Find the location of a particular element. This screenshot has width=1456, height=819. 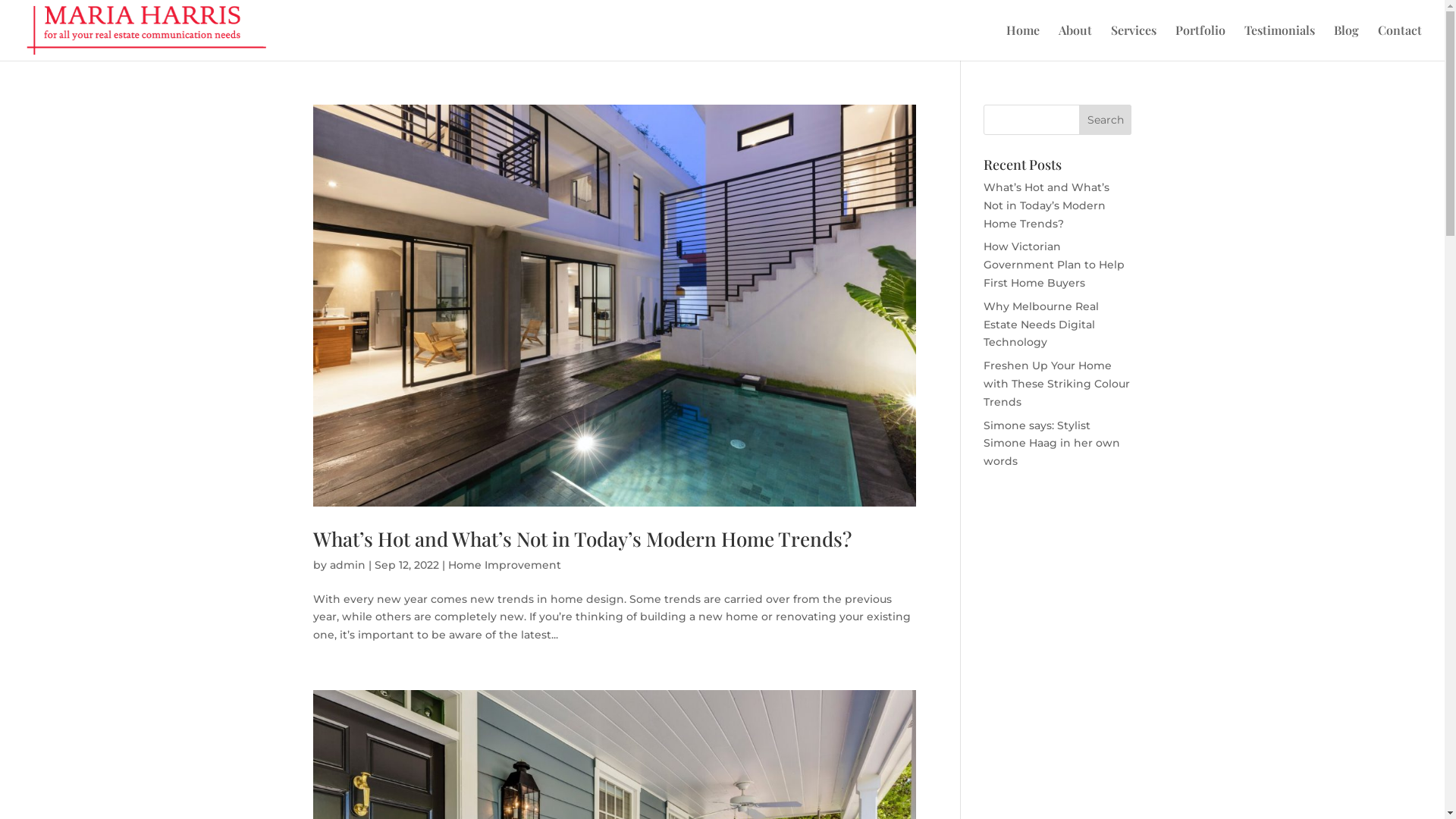

'Blog' is located at coordinates (1346, 42).